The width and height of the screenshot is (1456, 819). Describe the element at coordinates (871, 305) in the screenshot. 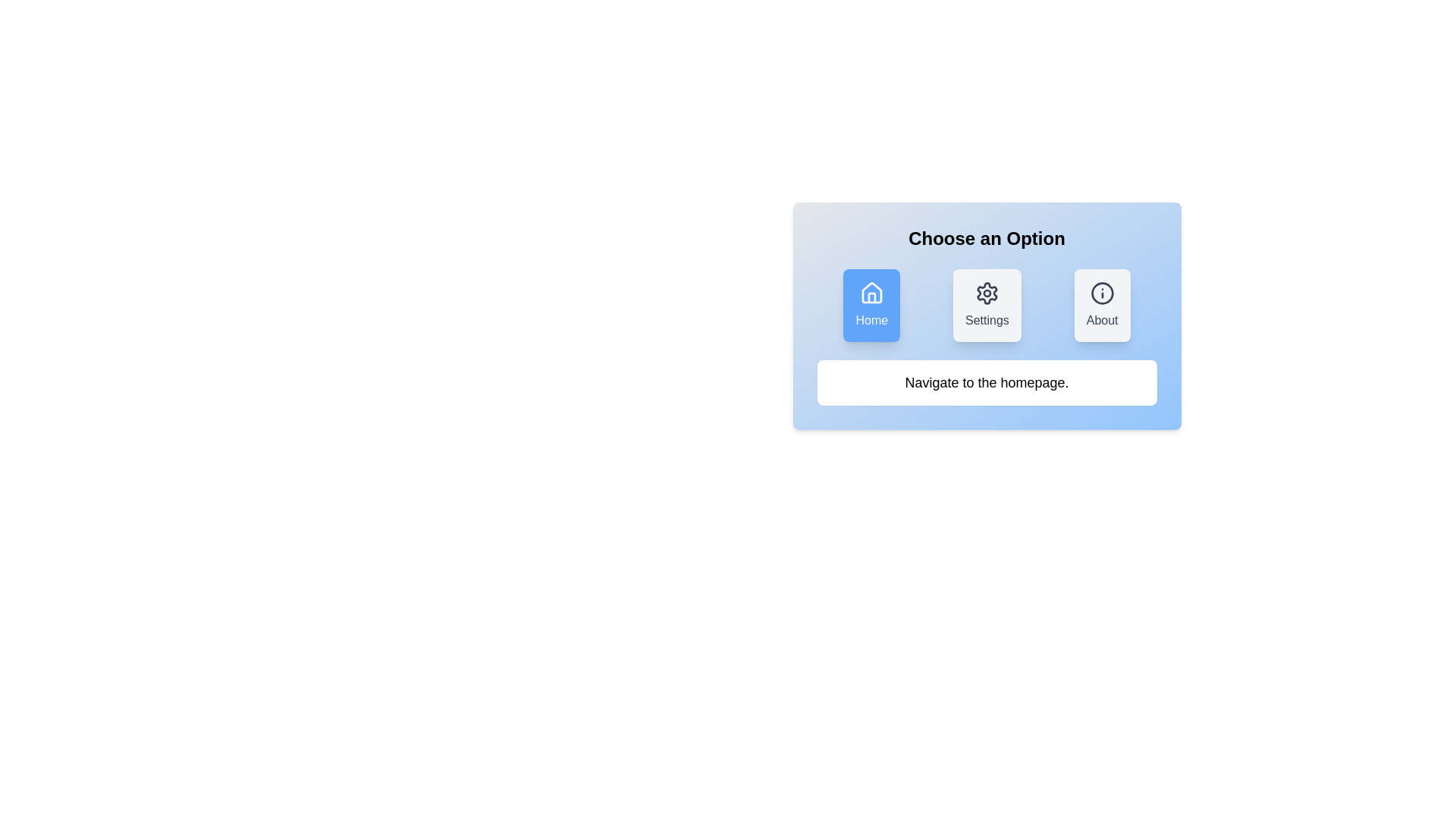

I see `the Home button to select it` at that location.